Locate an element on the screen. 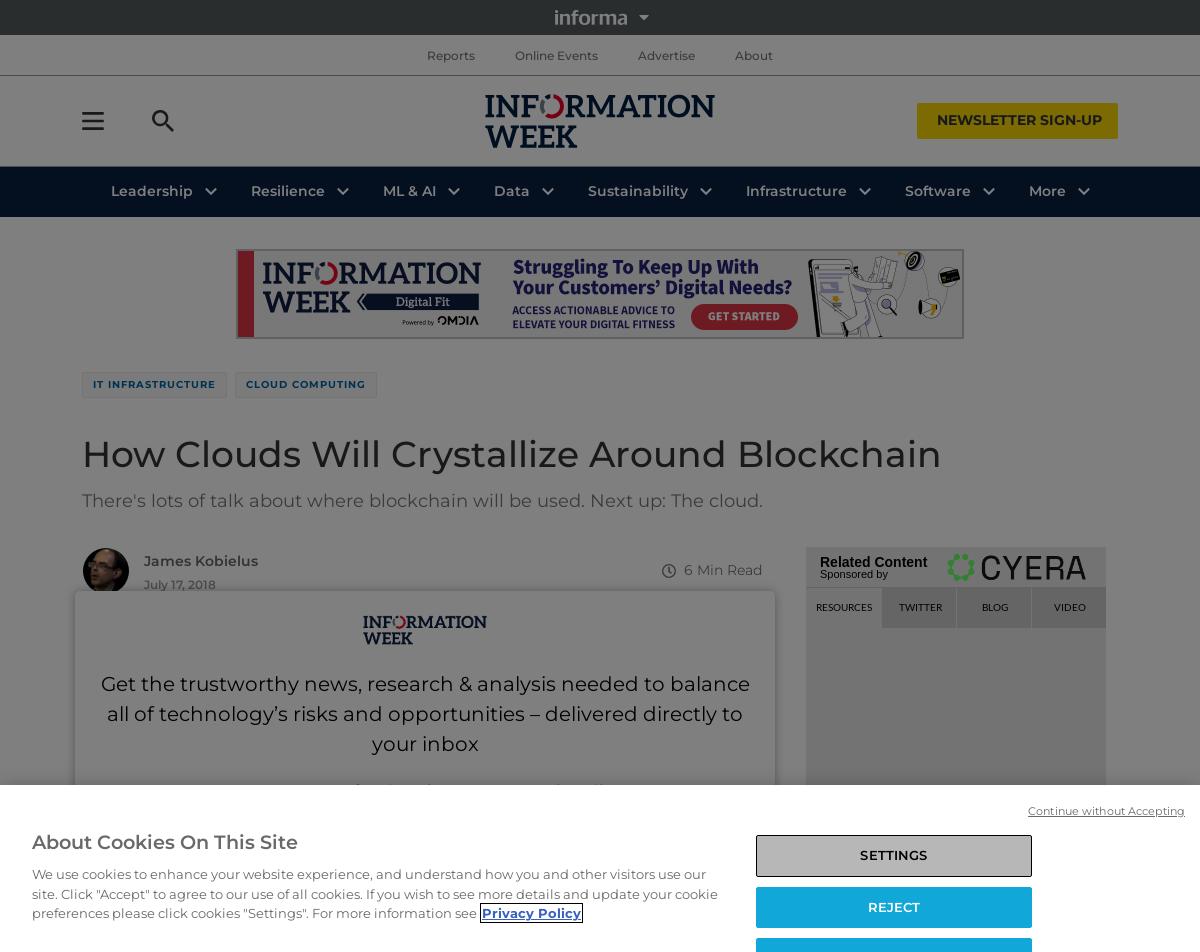 Image resolution: width=1200 pixels, height=952 pixels. 'Reports' is located at coordinates (450, 55).